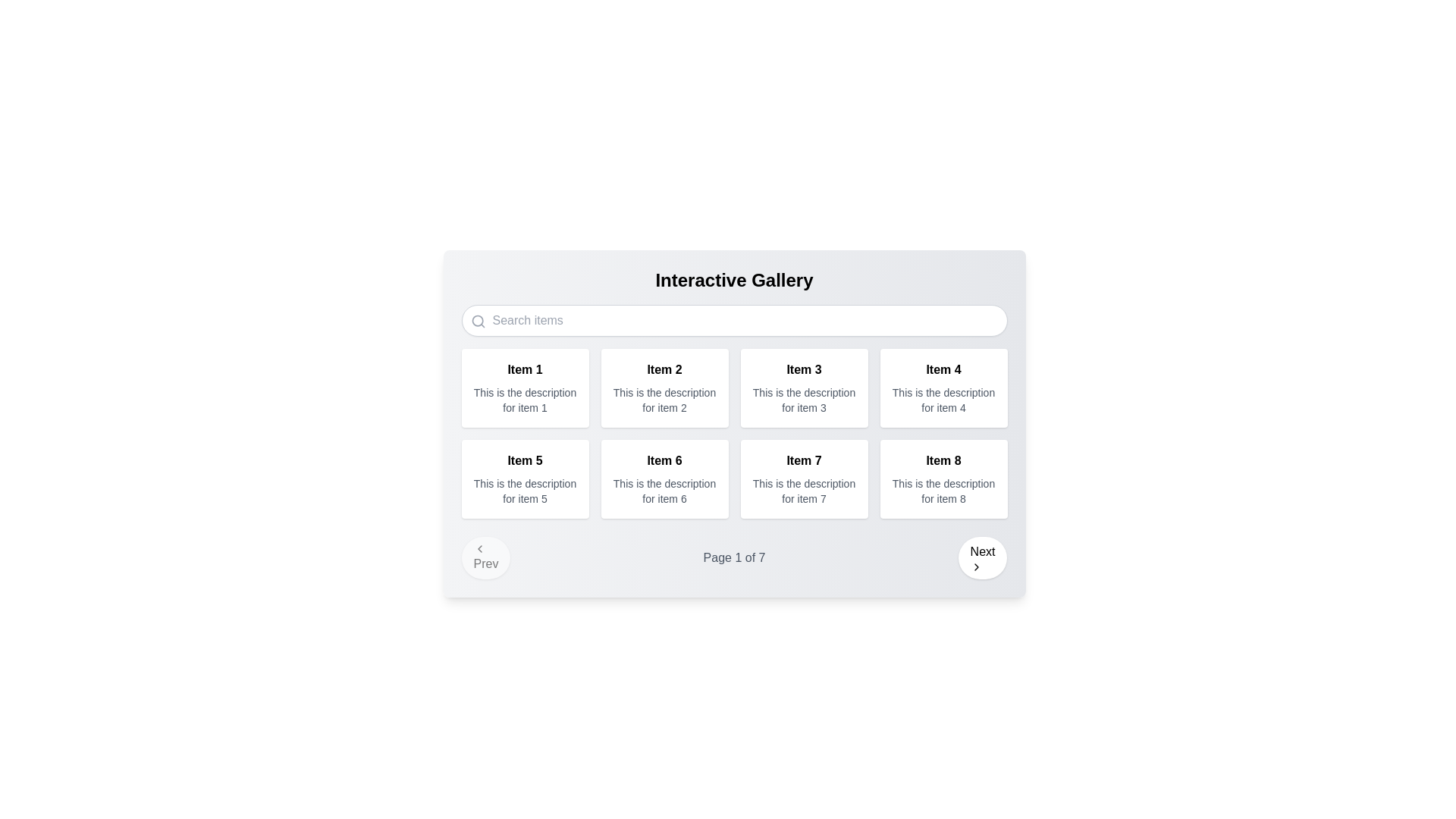  I want to click on the navigation button located at the bottom-right corner of the interface, which allows the user to navigate to the next page of items, so click(983, 558).